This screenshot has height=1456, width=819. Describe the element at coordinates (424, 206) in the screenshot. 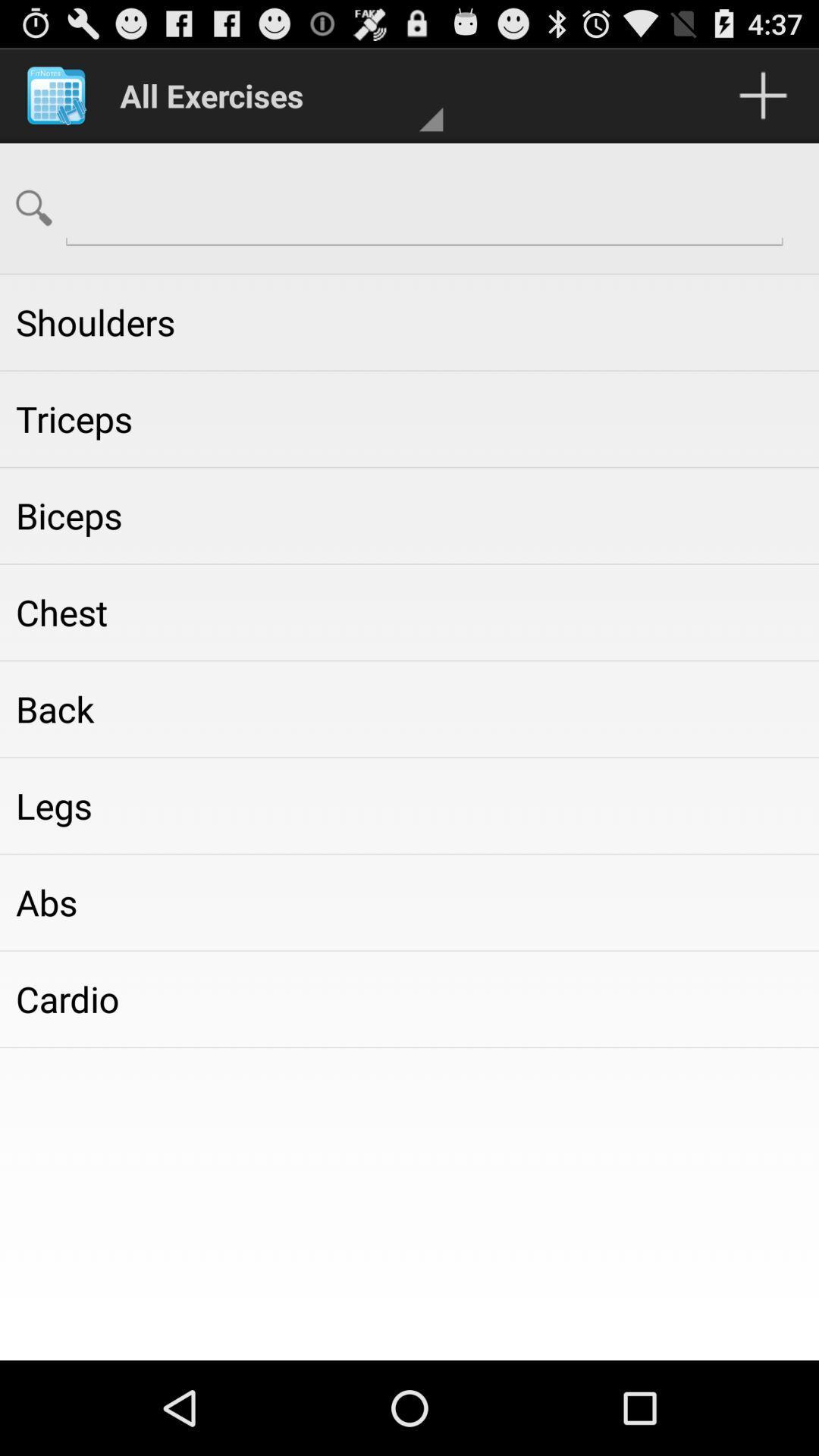

I see `search option` at that location.